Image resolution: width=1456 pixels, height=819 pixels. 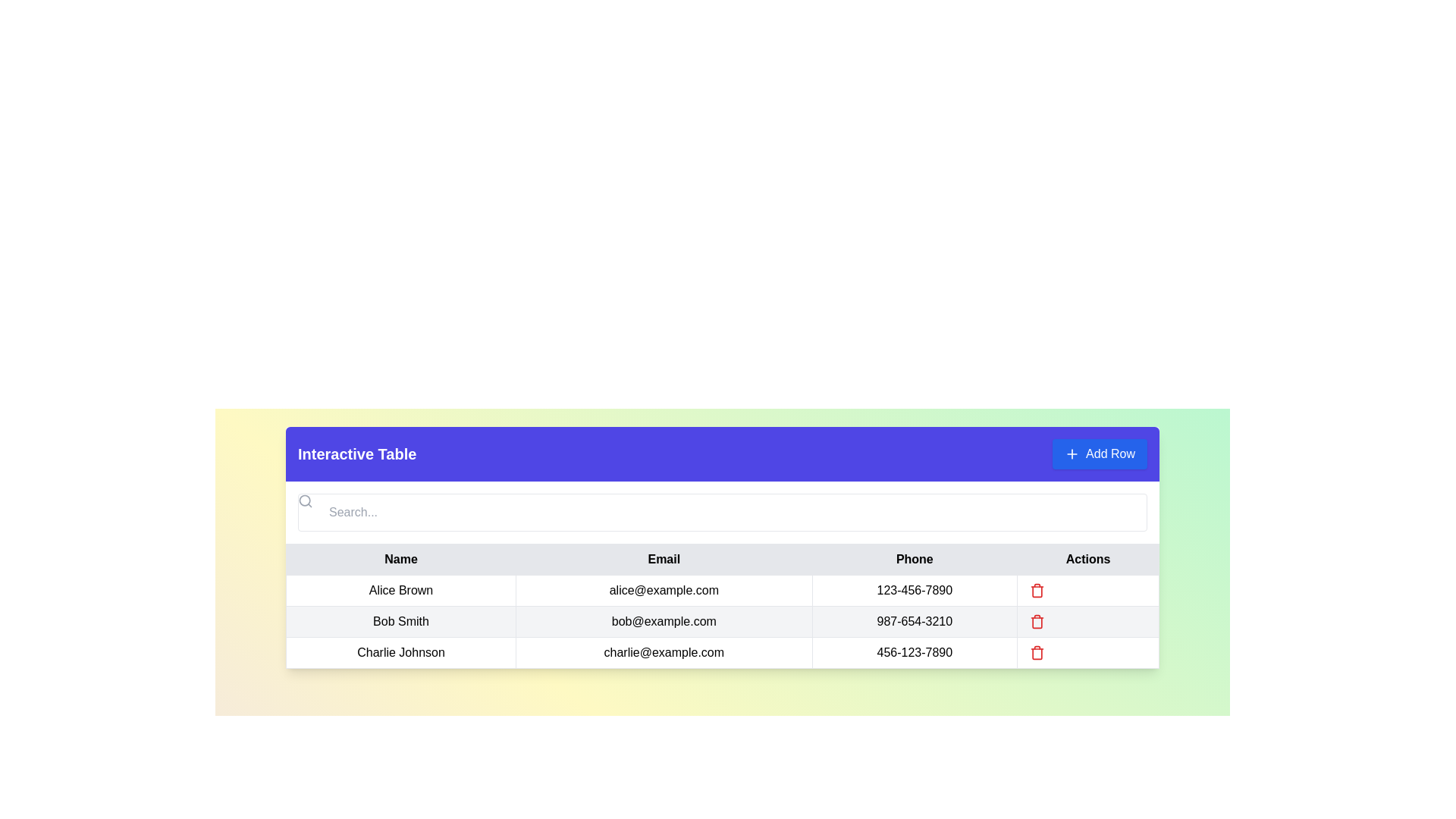 What do you see at coordinates (356, 453) in the screenshot?
I see `the prominent header text labeled 'Interactive Table' which is styled in white against an indigo blue background, located on the left side of the header section of the table interface` at bounding box center [356, 453].